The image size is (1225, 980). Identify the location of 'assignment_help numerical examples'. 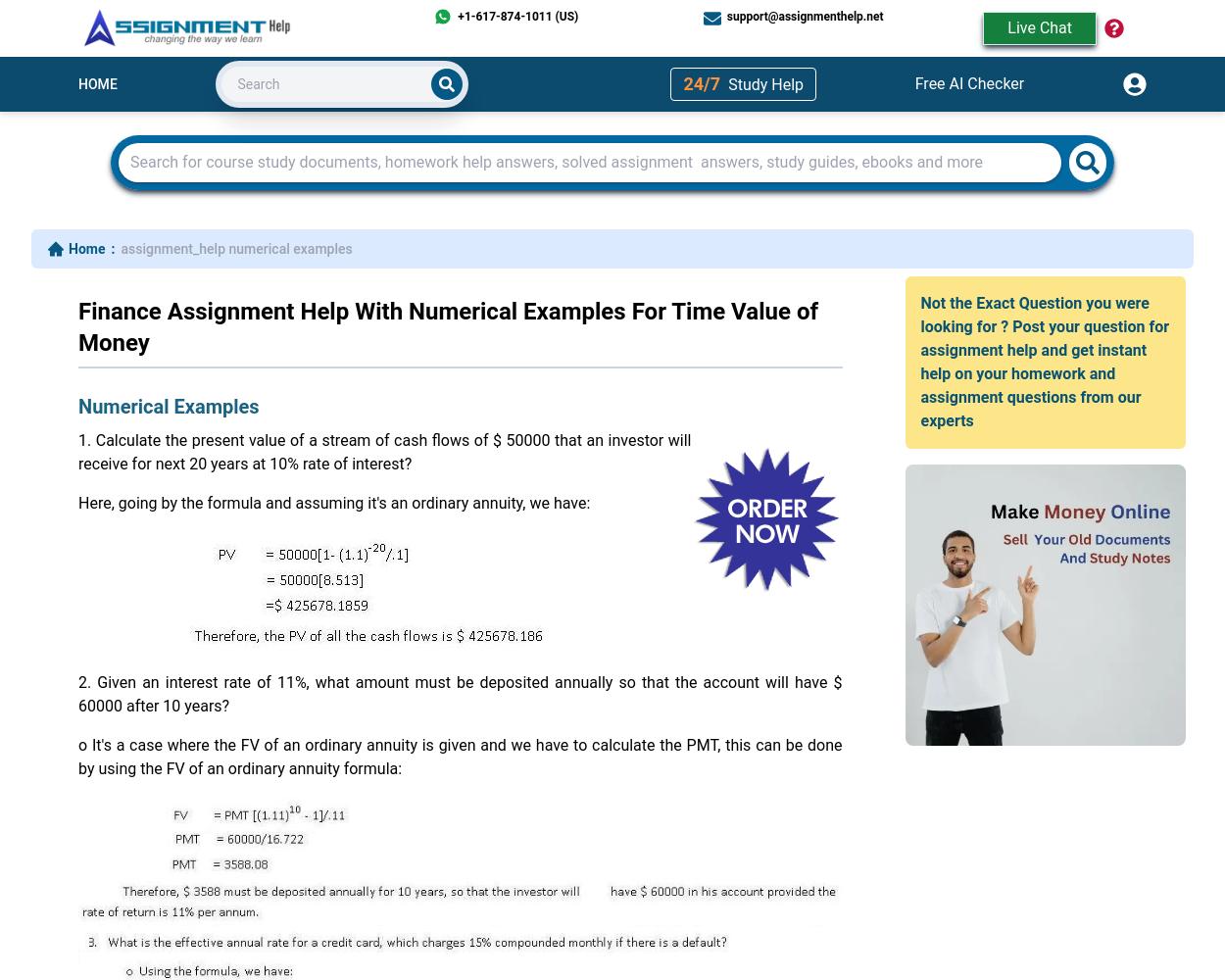
(235, 249).